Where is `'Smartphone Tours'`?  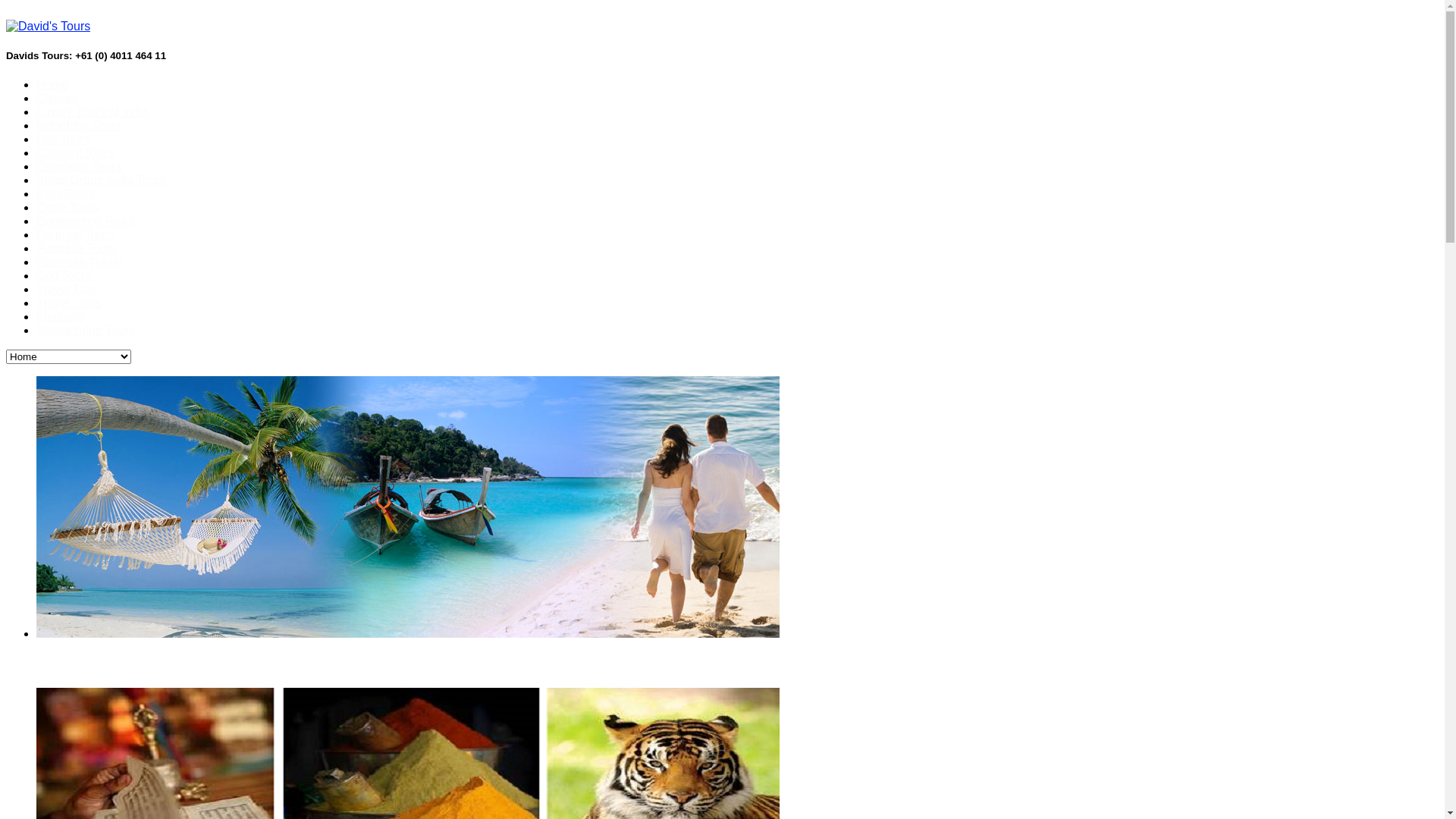
'Smartphone Tours' is located at coordinates (85, 329).